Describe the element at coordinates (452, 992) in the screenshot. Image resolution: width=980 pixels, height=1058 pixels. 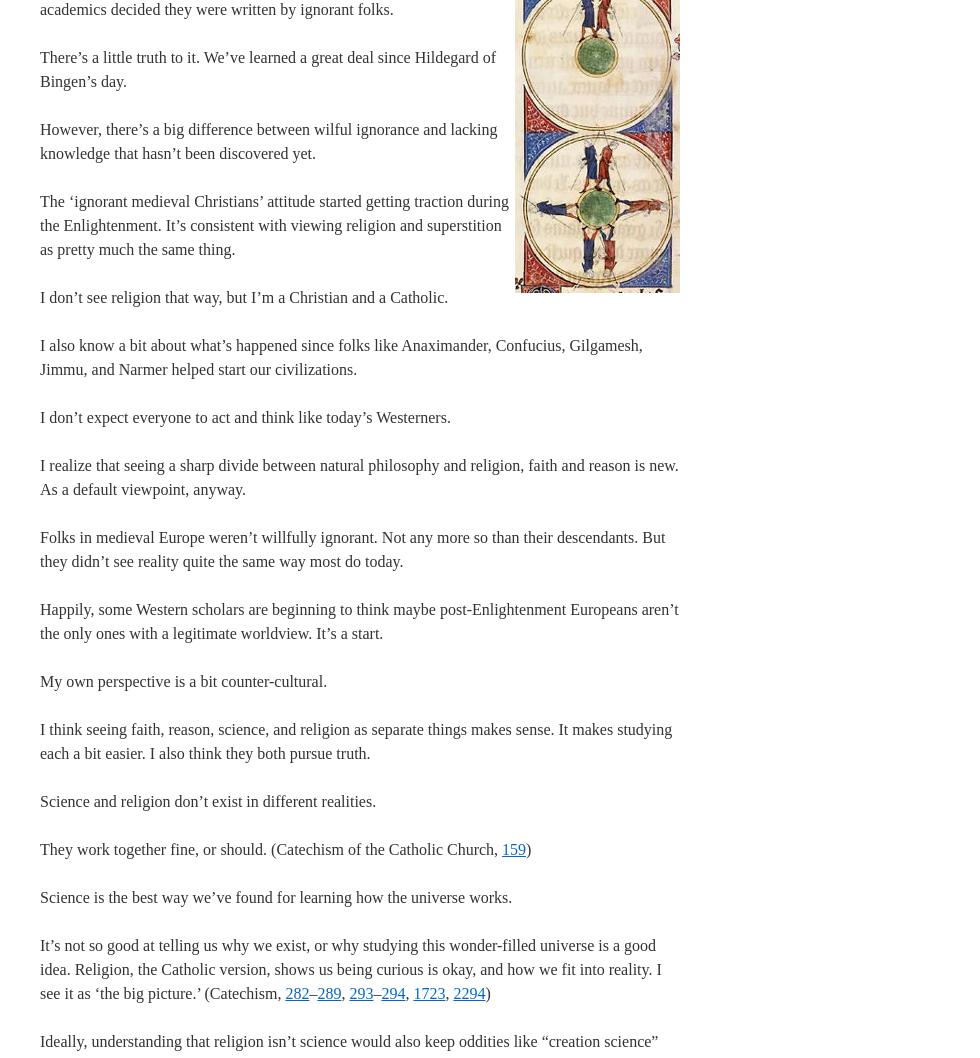
I see `'2294'` at that location.